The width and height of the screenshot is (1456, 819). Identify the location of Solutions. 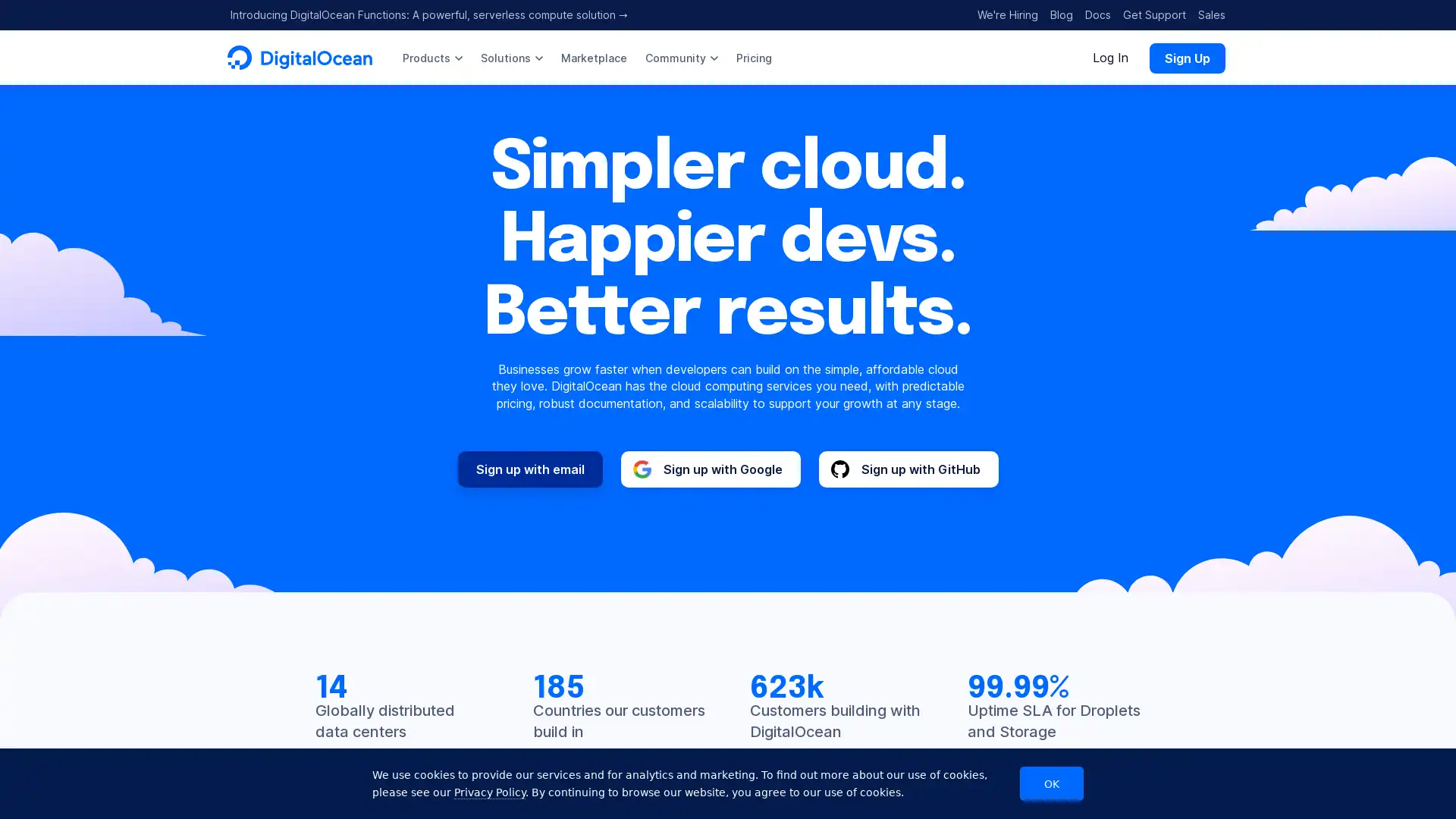
(512, 57).